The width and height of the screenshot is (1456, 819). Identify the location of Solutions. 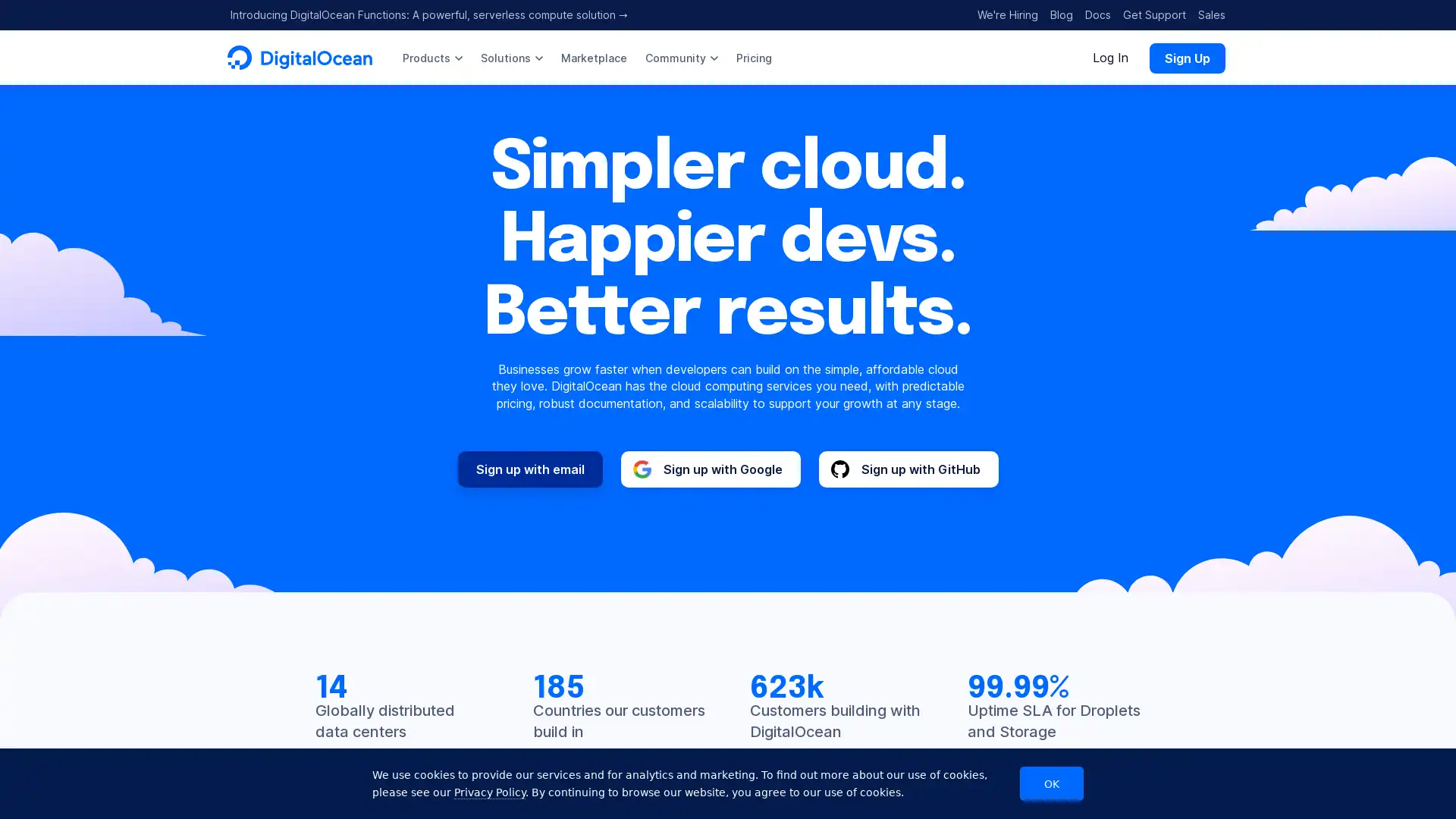
(512, 57).